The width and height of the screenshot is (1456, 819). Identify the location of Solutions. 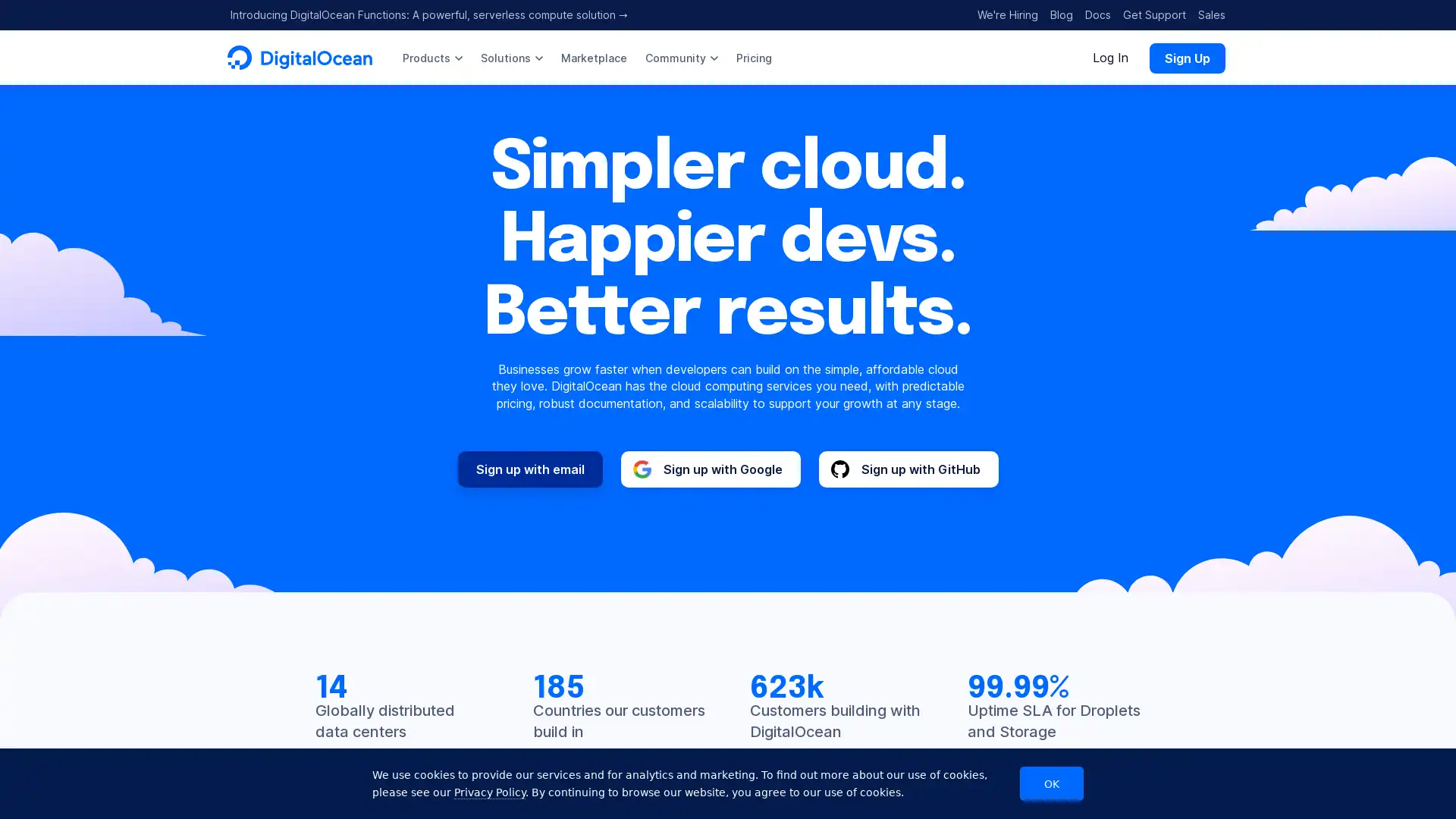
(512, 57).